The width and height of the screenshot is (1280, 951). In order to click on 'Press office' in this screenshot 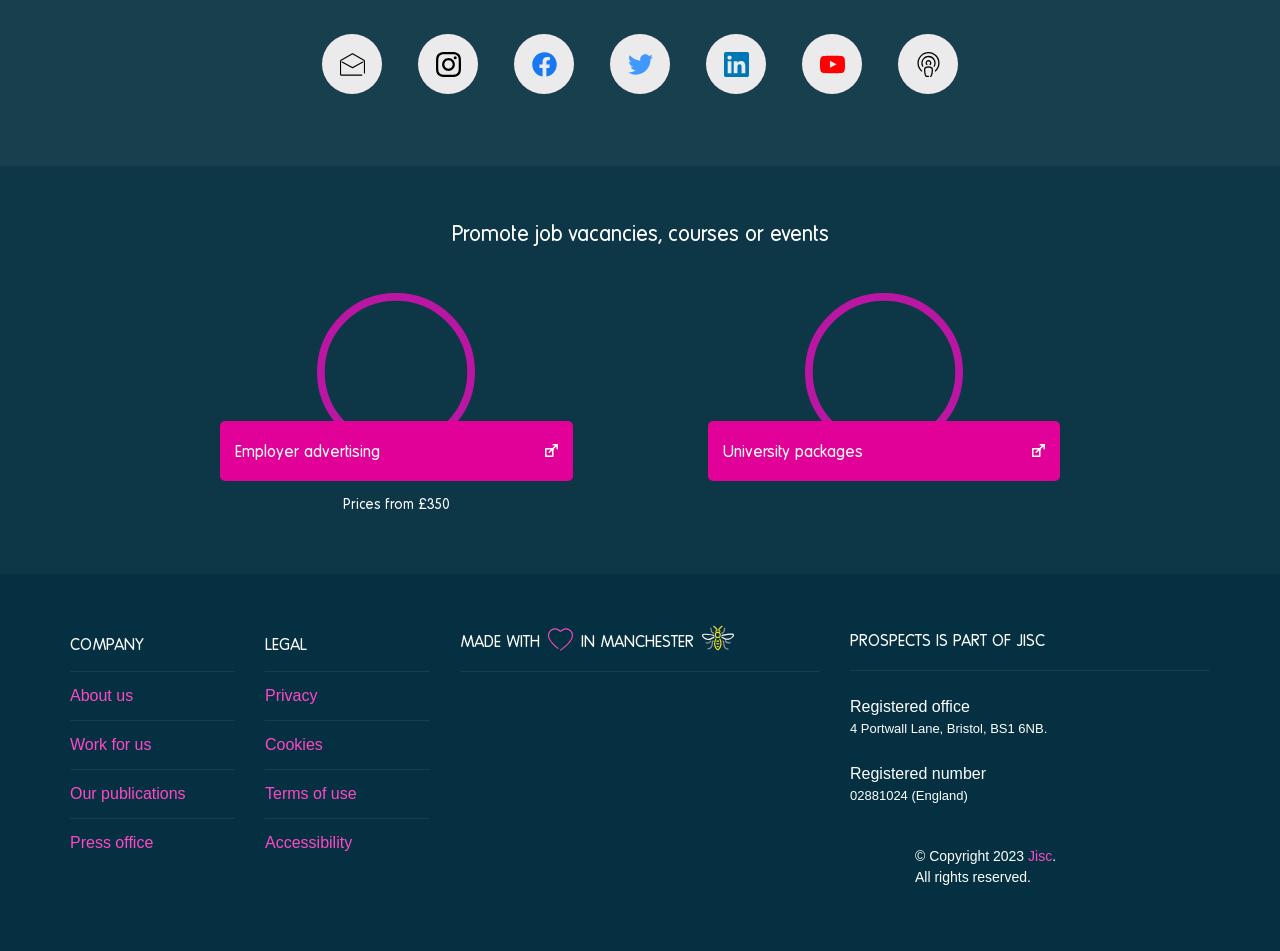, I will do `click(70, 840)`.